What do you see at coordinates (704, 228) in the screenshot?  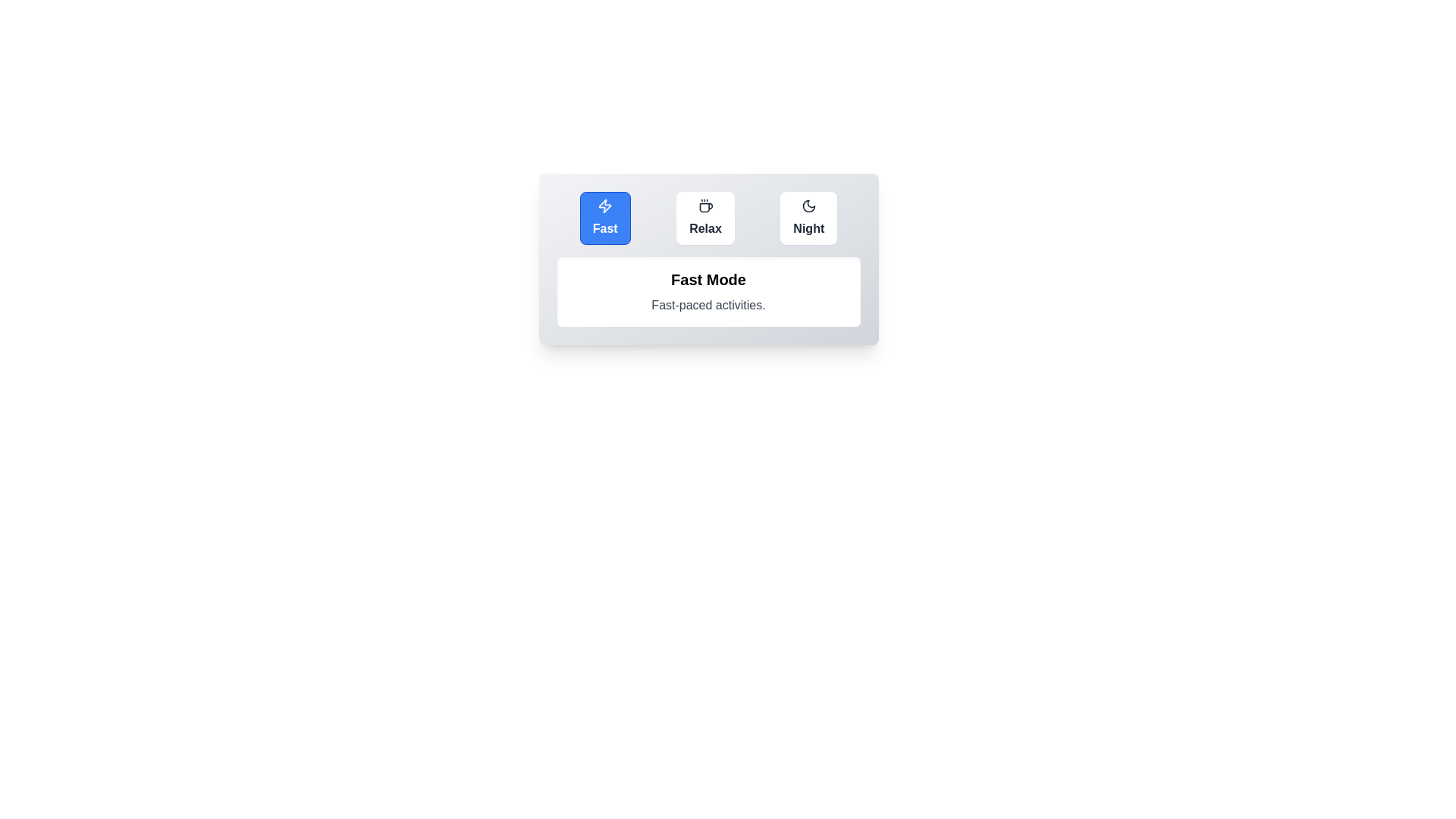 I see `'Relax' mode label, which is located inside the second selectable option box, centered below the coffee cup icon, and positioned between the 'Fast' and 'Night' options` at bounding box center [704, 228].